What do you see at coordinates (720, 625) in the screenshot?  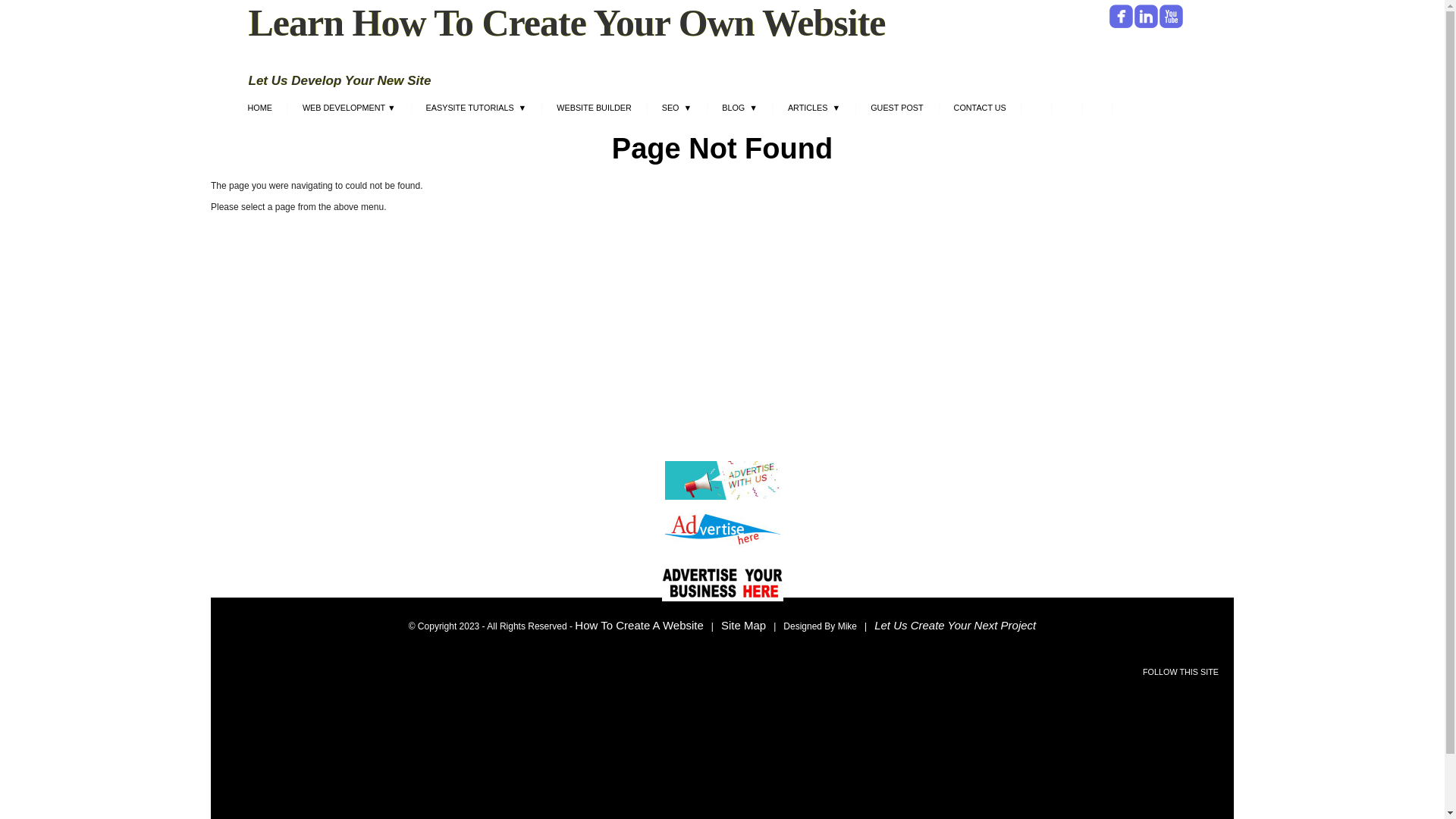 I see `'Site Map'` at bounding box center [720, 625].